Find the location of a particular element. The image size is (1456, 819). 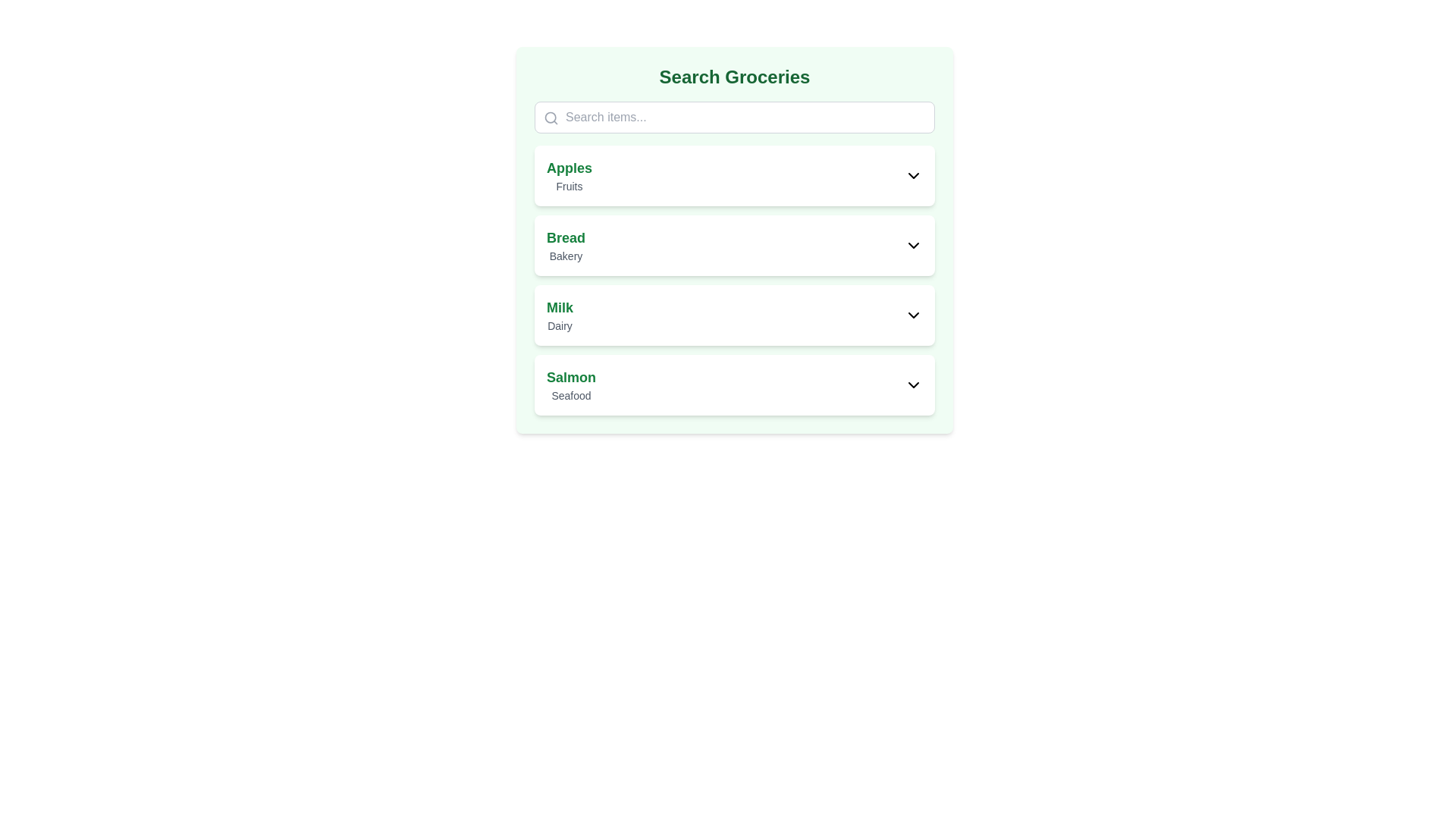

the 'Salmon' category label in the grocery menu is located at coordinates (570, 384).